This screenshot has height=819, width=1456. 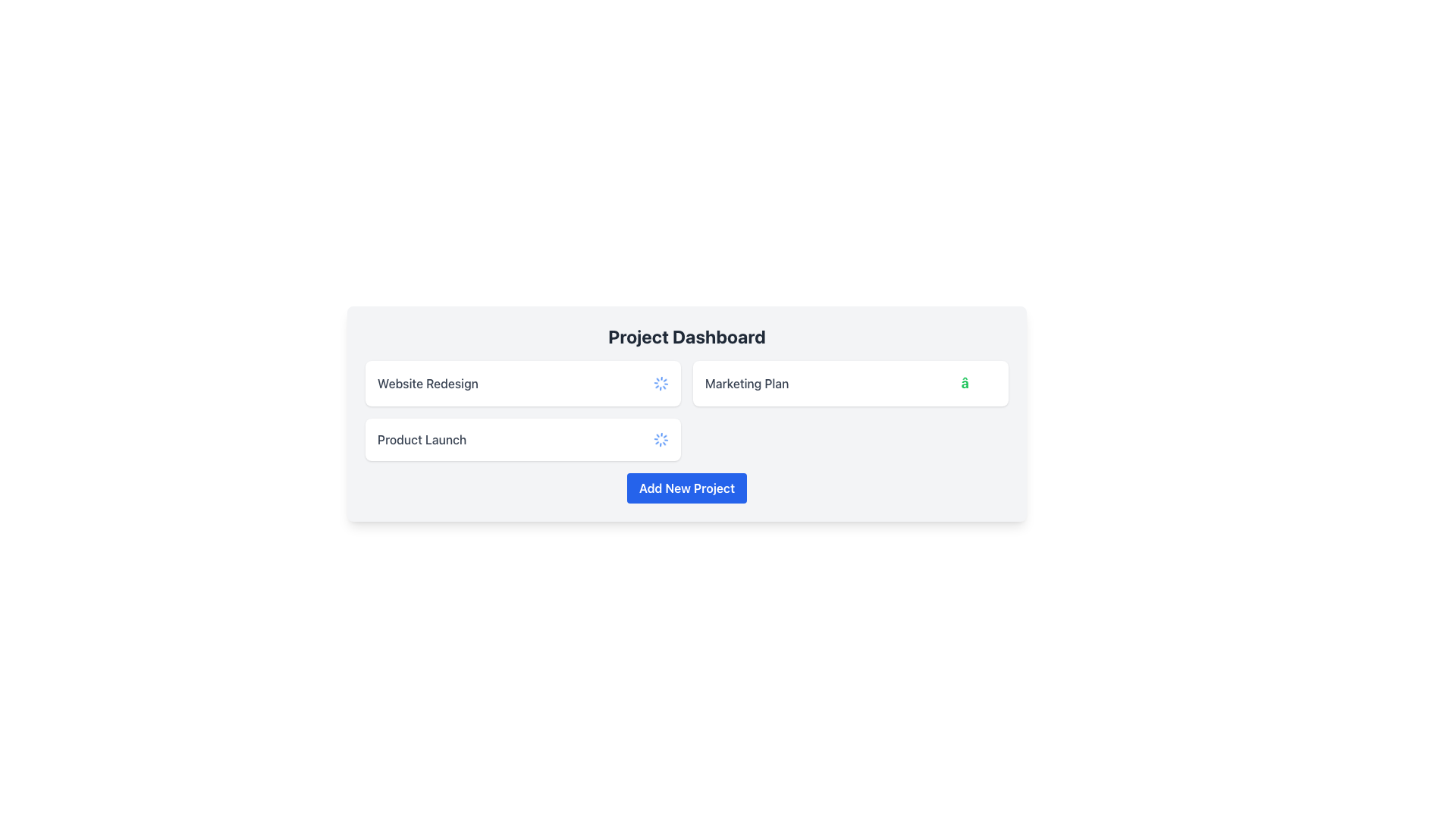 What do you see at coordinates (747, 382) in the screenshot?
I see `the 'Marketing Plan' text label, which is displayed in gray within a white card on the dashboard interface` at bounding box center [747, 382].